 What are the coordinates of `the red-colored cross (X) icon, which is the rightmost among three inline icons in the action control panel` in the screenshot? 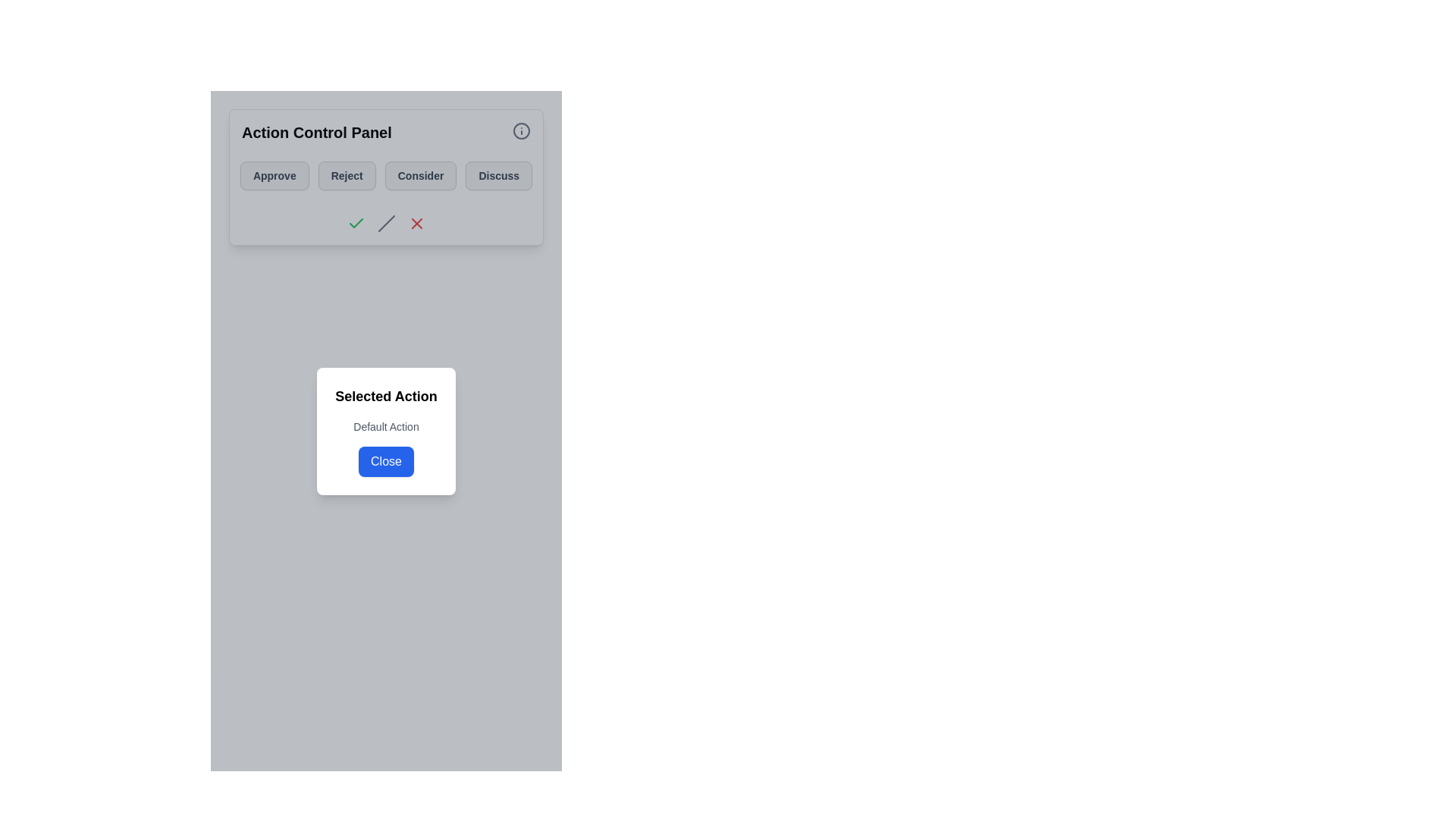 It's located at (416, 223).